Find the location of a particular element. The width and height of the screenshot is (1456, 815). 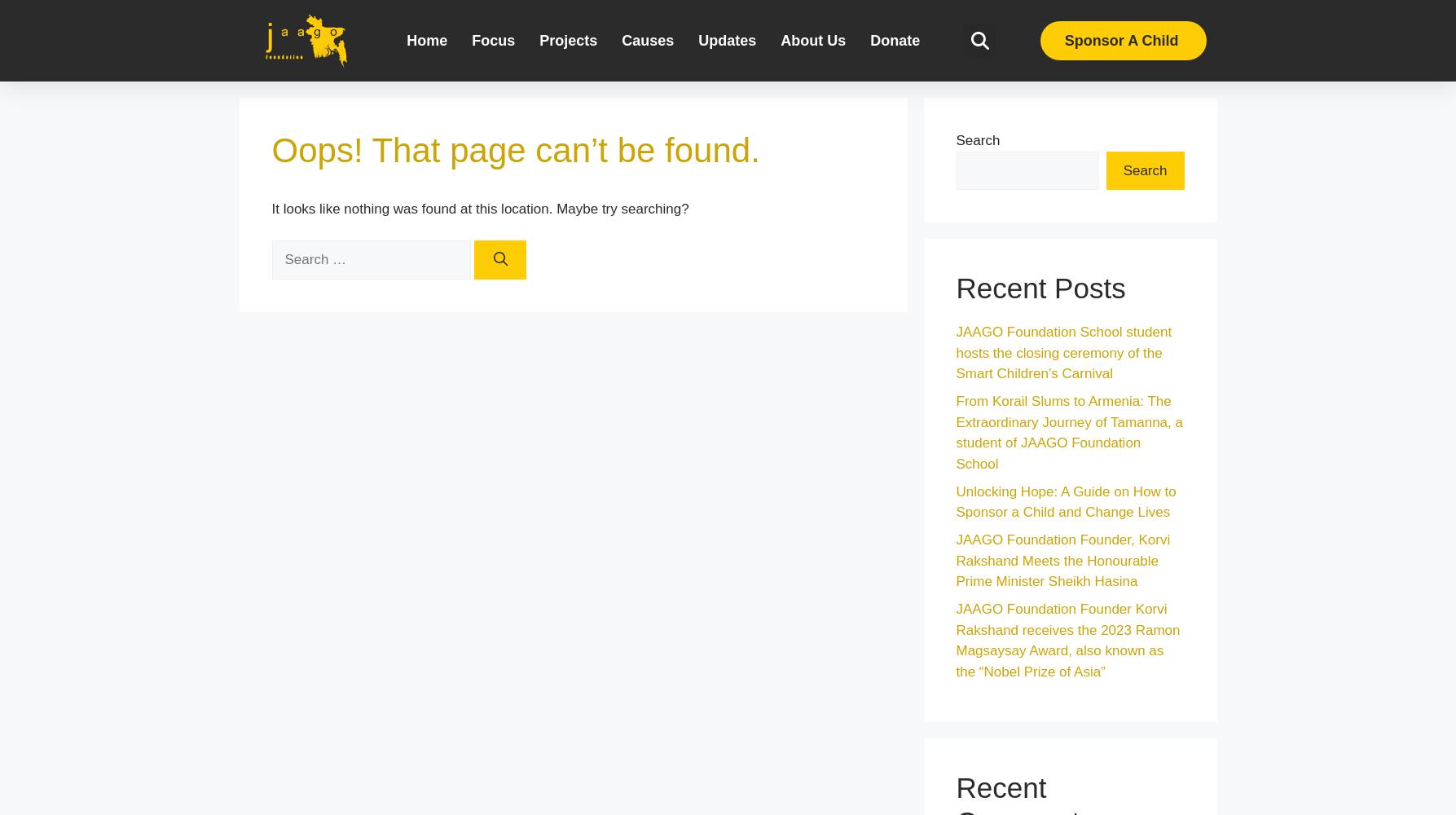

'JAAGO Foundation Founder Korvi Rakshand receives the 2023 Ramon Magsaysay Award, also known as the “Nobel Prize of Asia”' is located at coordinates (1067, 640).